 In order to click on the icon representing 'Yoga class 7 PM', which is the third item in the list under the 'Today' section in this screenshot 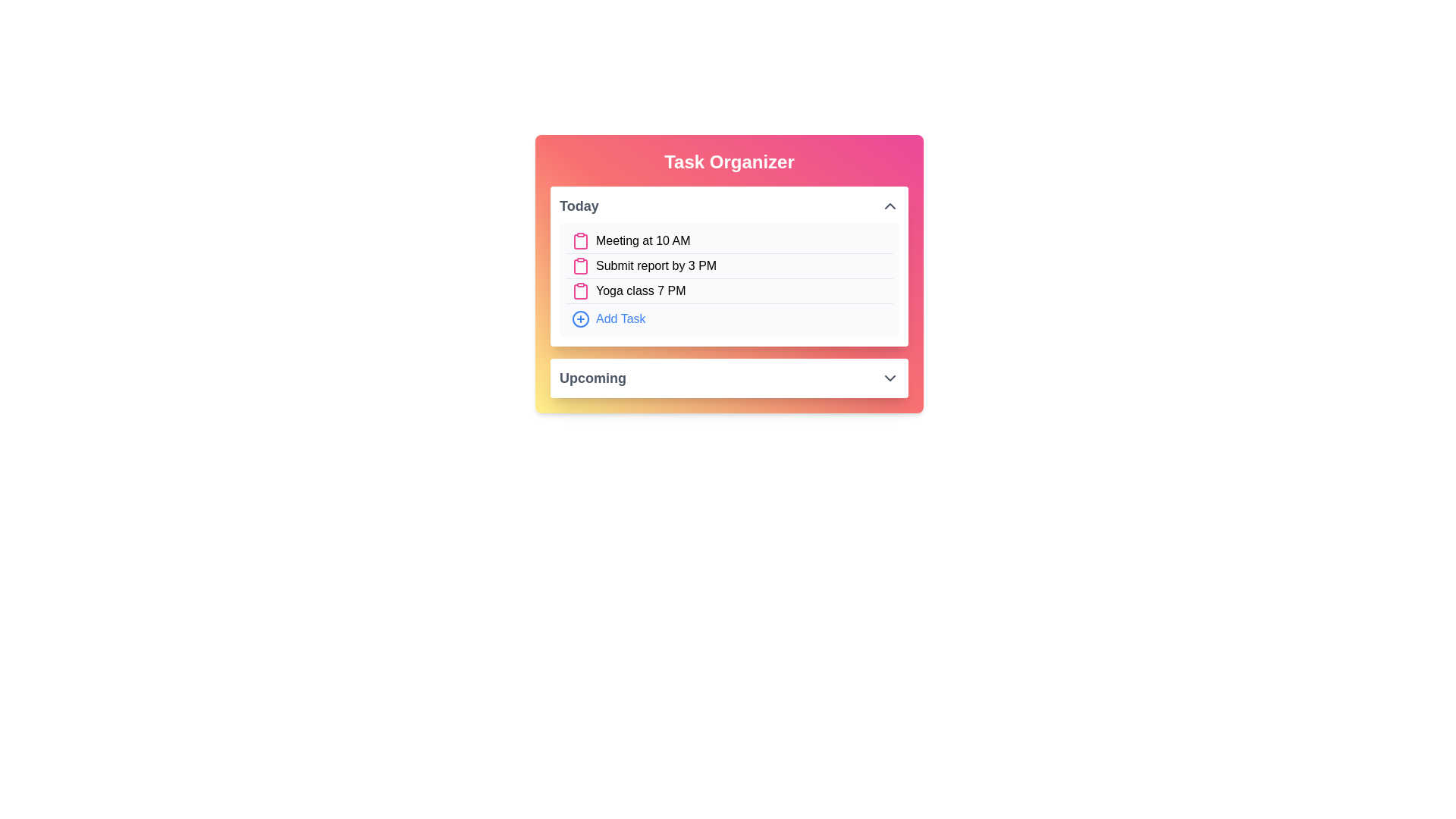, I will do `click(580, 291)`.